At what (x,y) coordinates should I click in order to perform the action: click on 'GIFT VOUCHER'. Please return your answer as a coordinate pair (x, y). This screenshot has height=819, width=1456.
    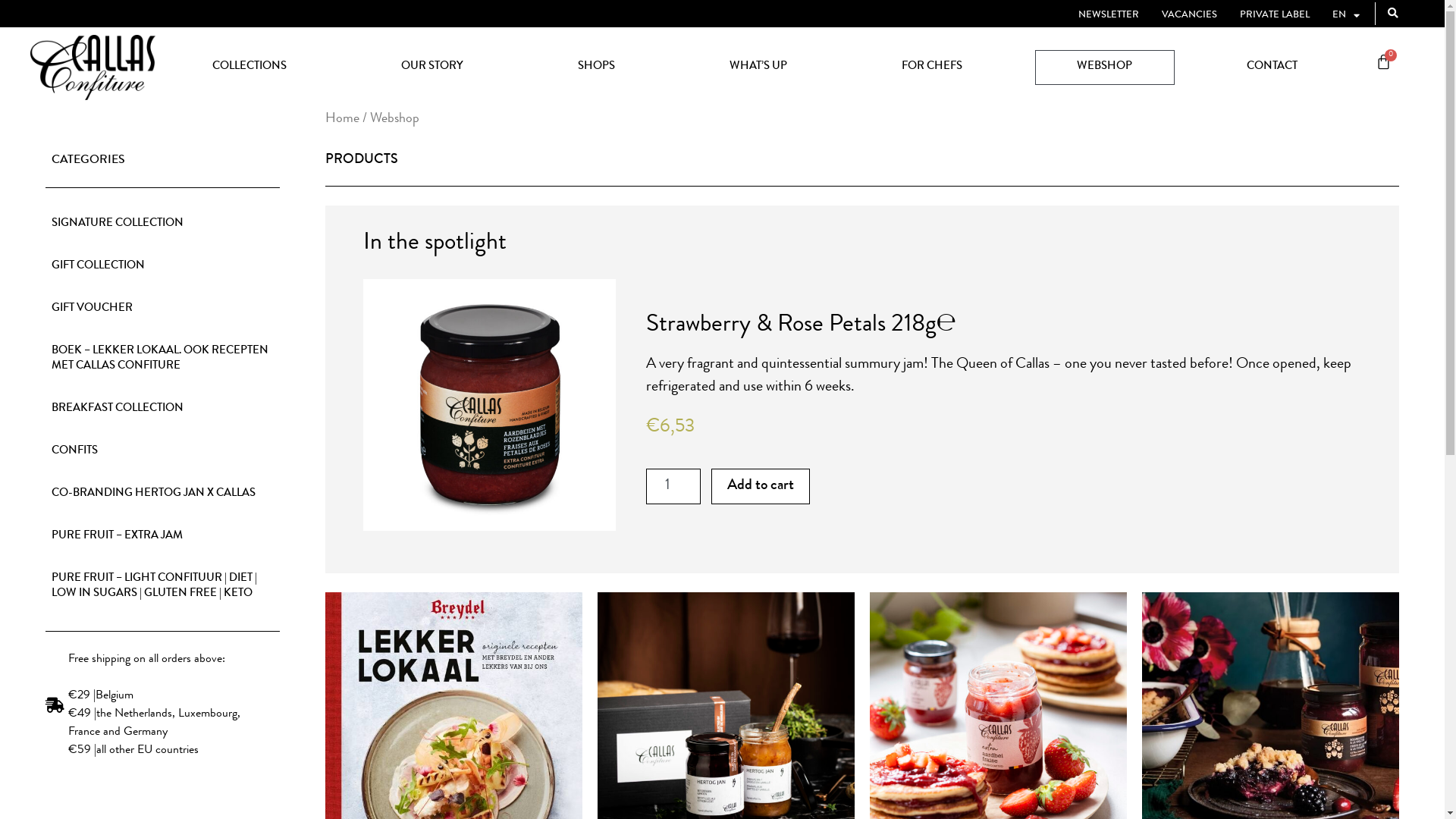
    Looking at the image, I should click on (162, 309).